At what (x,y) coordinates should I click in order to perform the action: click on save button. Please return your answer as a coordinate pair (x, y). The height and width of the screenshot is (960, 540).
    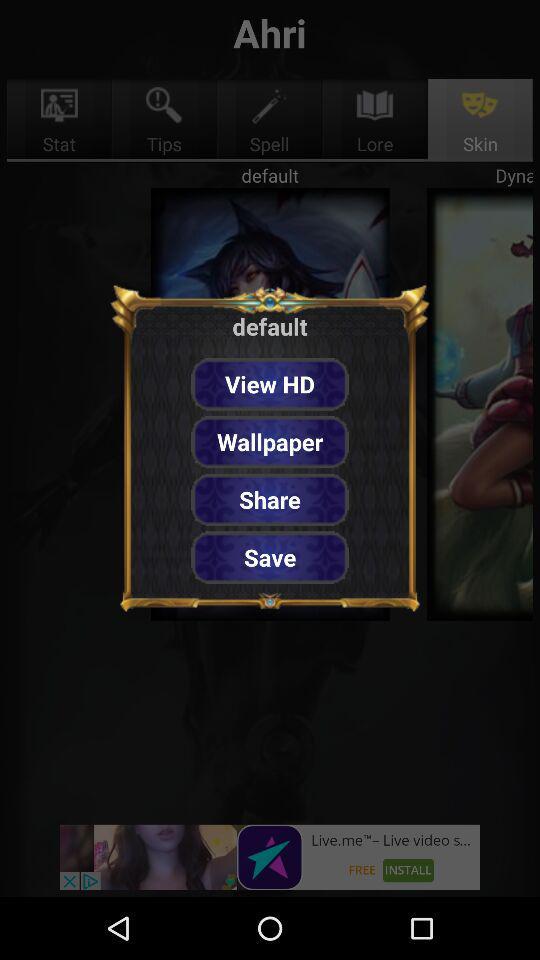
    Looking at the image, I should click on (270, 557).